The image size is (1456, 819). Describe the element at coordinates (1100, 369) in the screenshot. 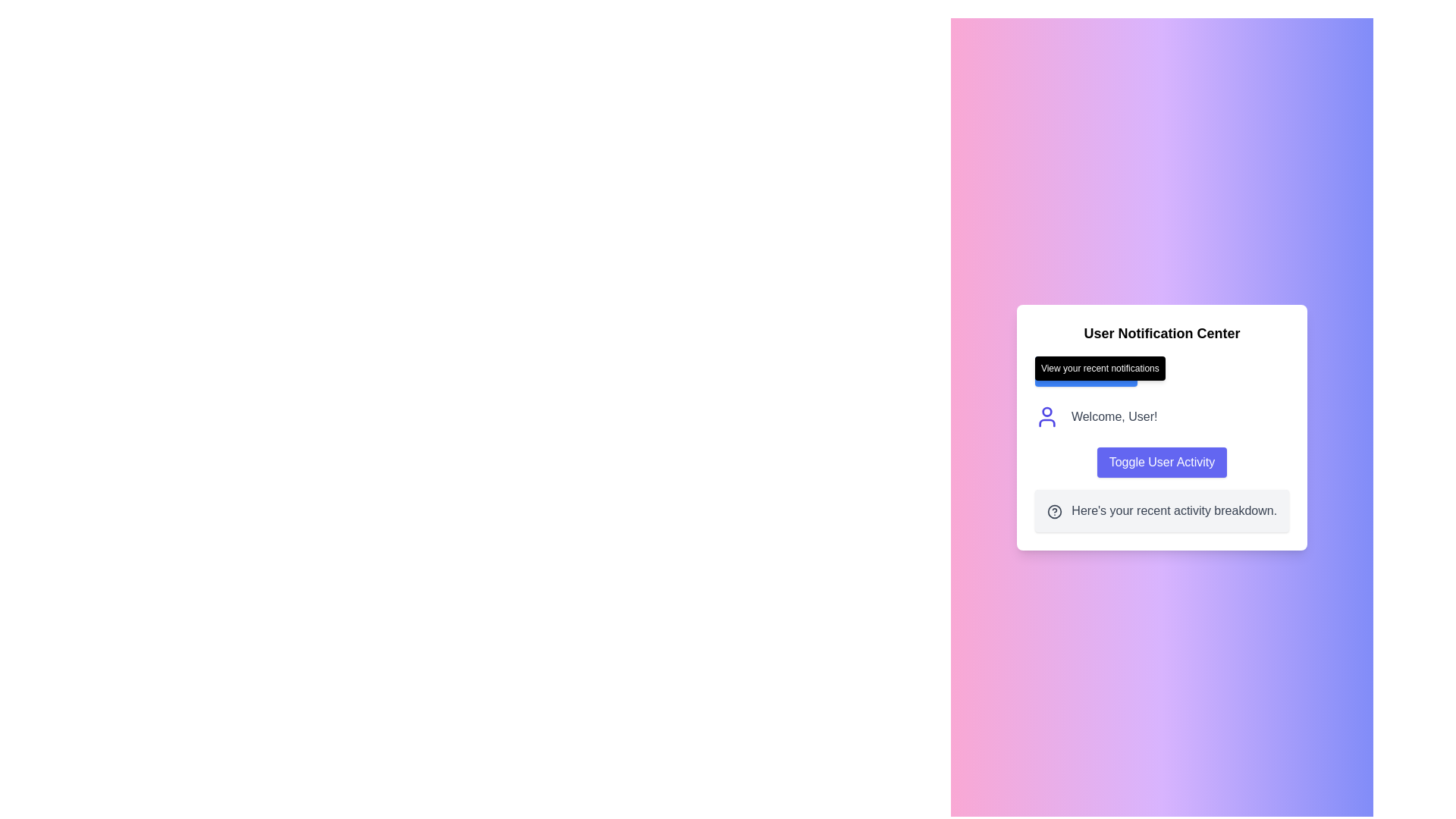

I see `the content of the tooltip displaying 'View your recent notifications' located near the Notifications button` at that location.